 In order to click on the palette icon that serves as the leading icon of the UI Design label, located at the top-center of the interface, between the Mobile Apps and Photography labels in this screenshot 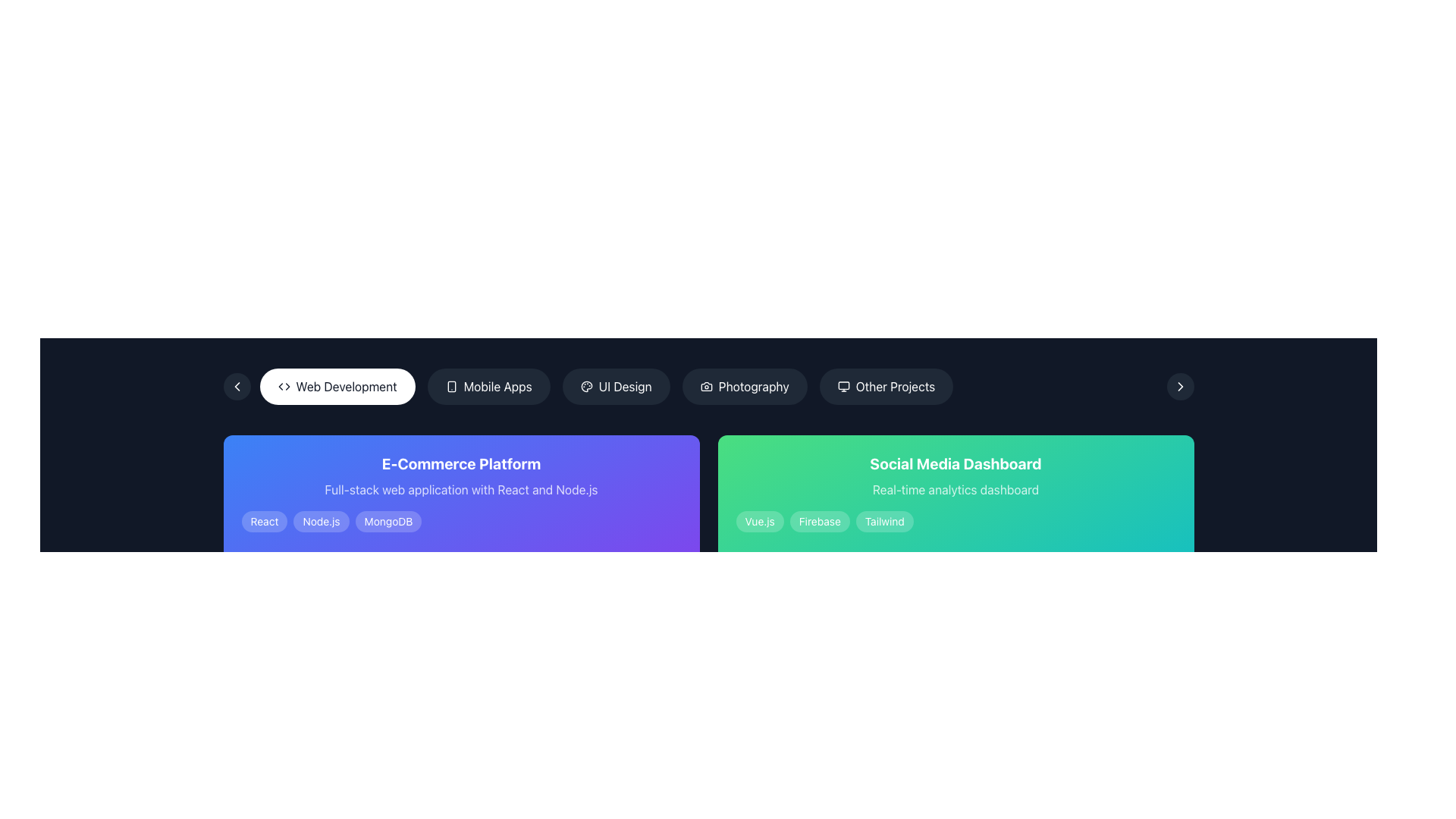, I will do `click(585, 385)`.